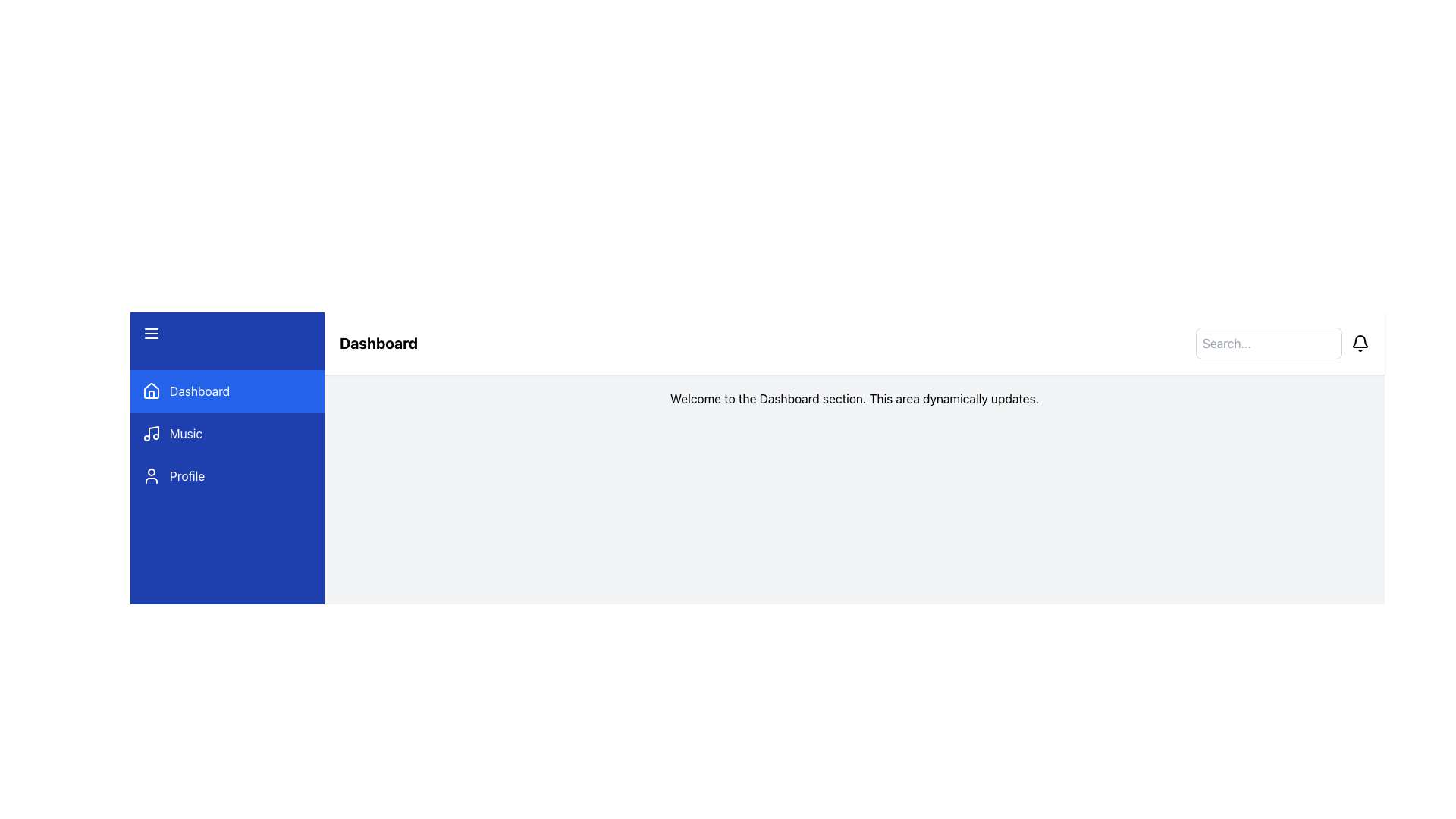 The image size is (1456, 819). I want to click on the rectangular blue button with three horizontal lines at the top of the vertical sidebar menu on the left side of the interface, so click(226, 332).